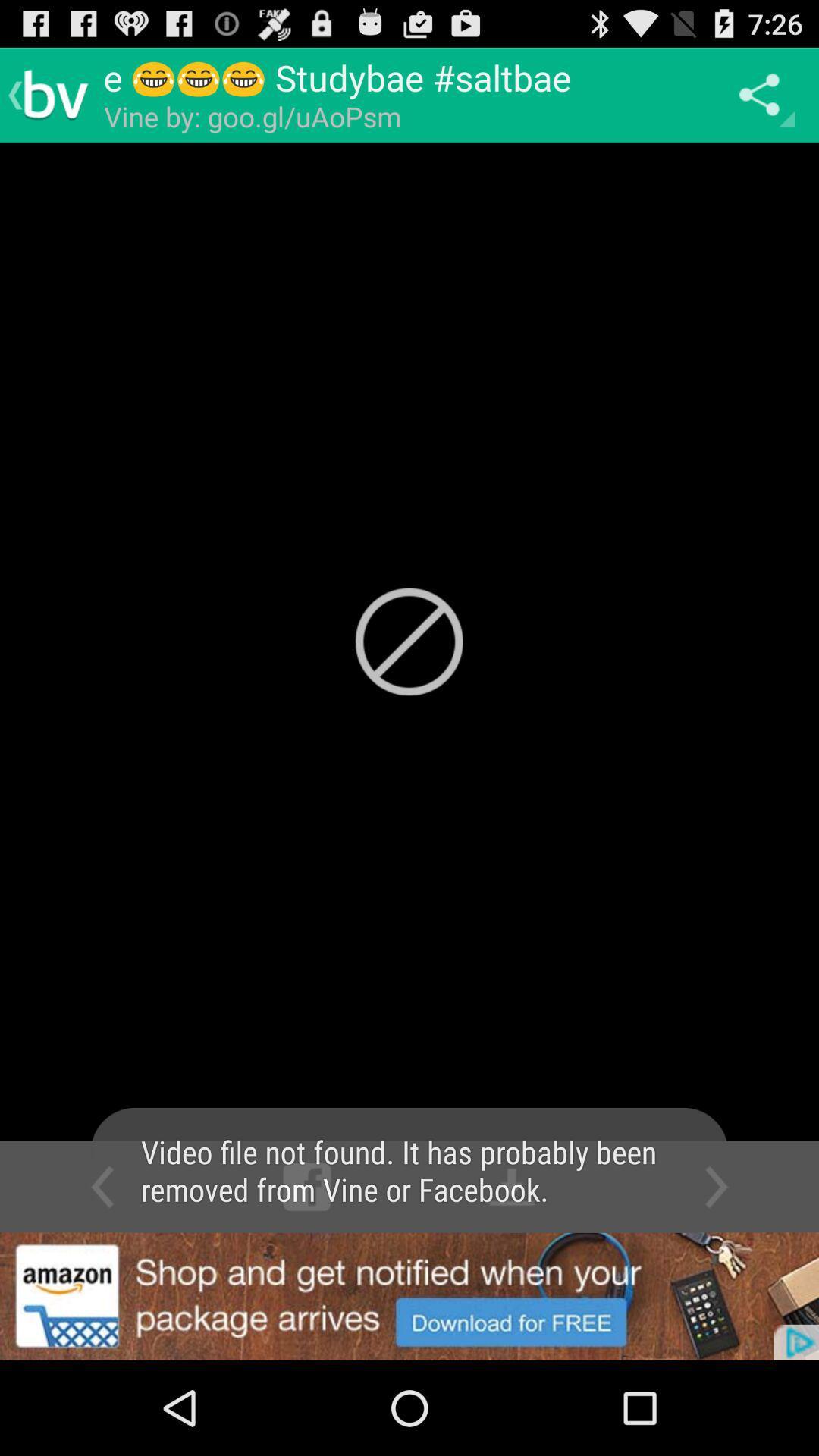 The width and height of the screenshot is (819, 1456). I want to click on the share icon, so click(763, 94).